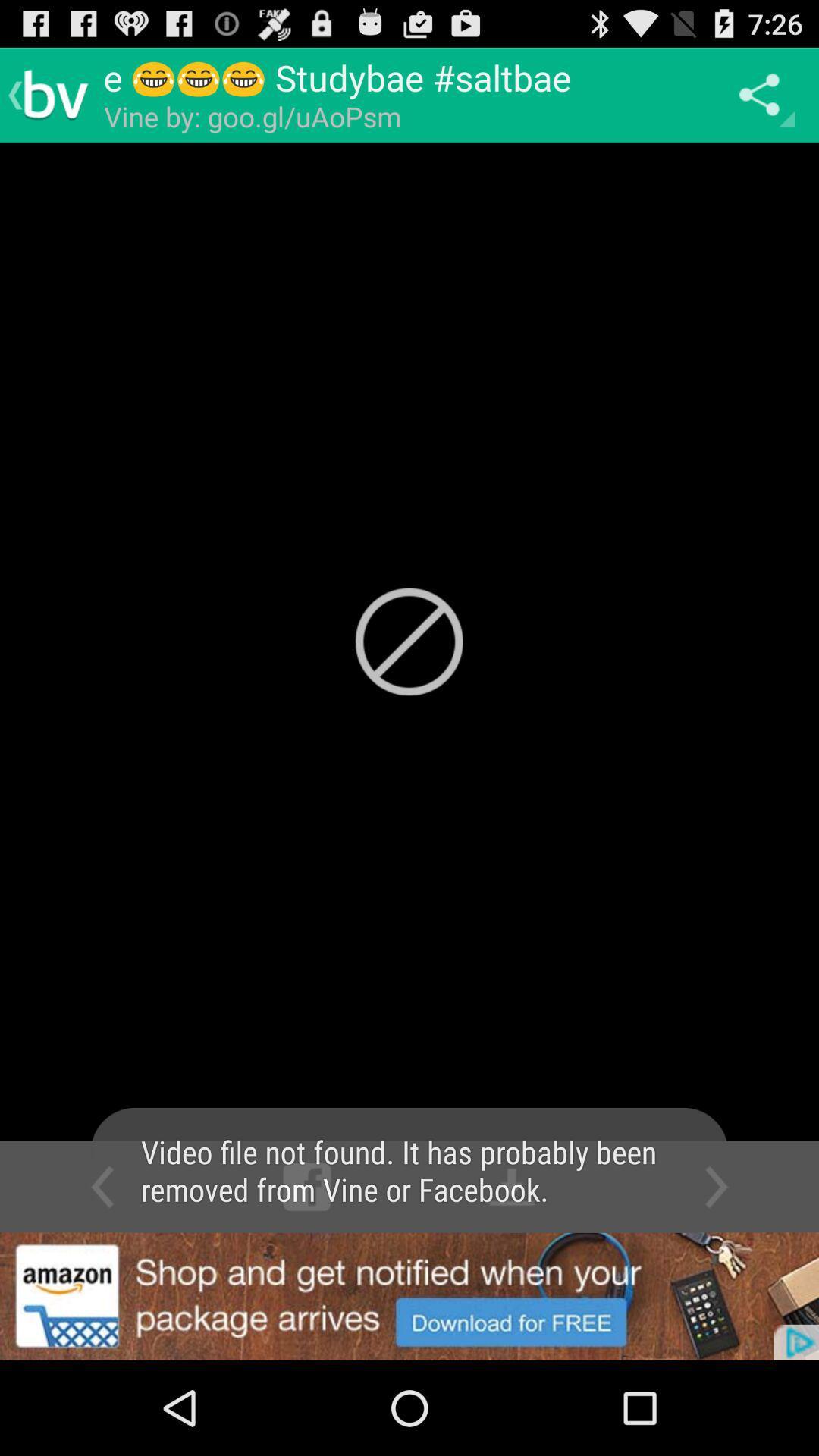 The width and height of the screenshot is (819, 1456). I want to click on the share icon, so click(763, 94).